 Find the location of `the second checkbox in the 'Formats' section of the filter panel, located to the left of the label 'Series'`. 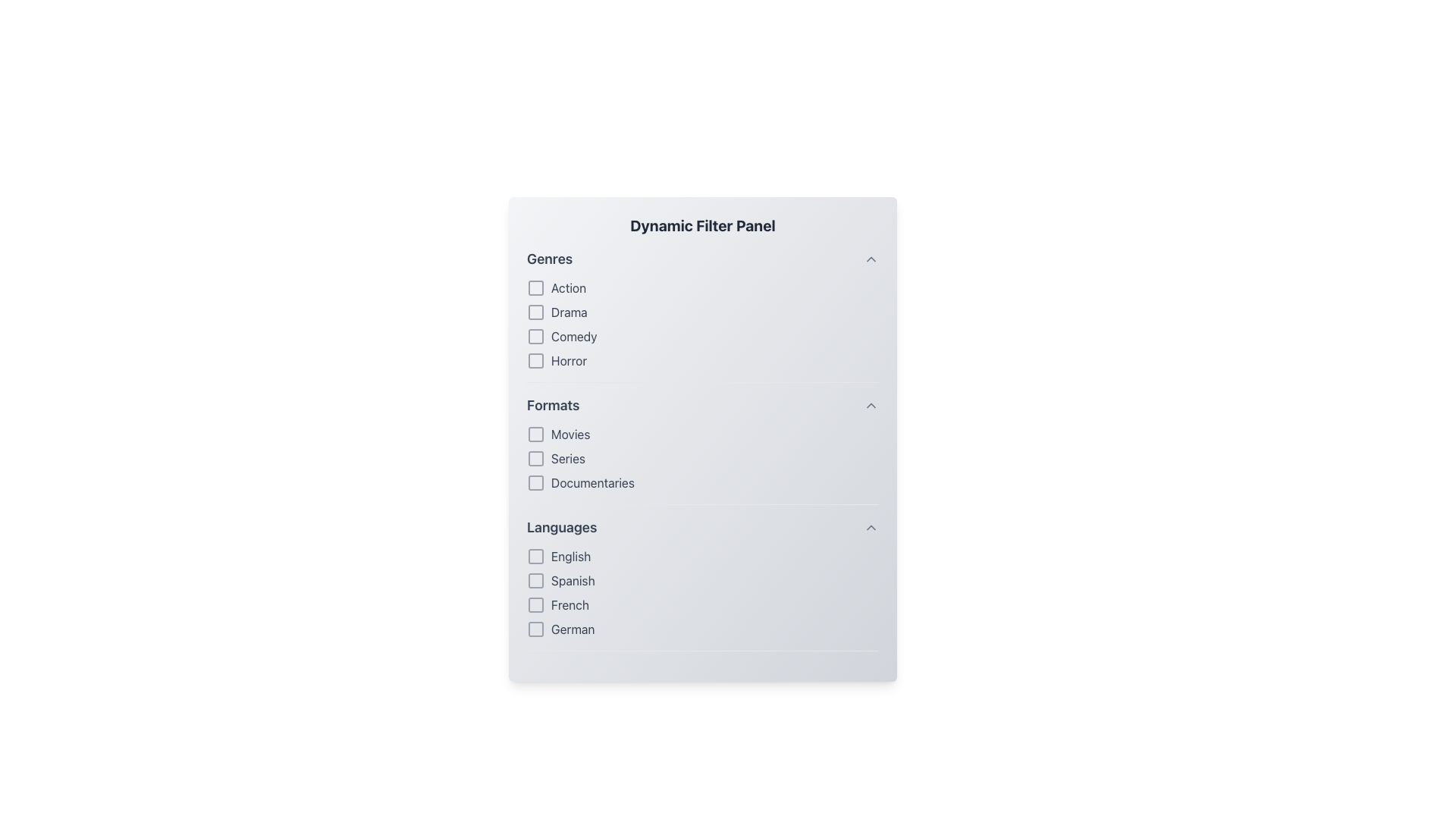

the second checkbox in the 'Formats' section of the filter panel, located to the left of the label 'Series' is located at coordinates (535, 458).